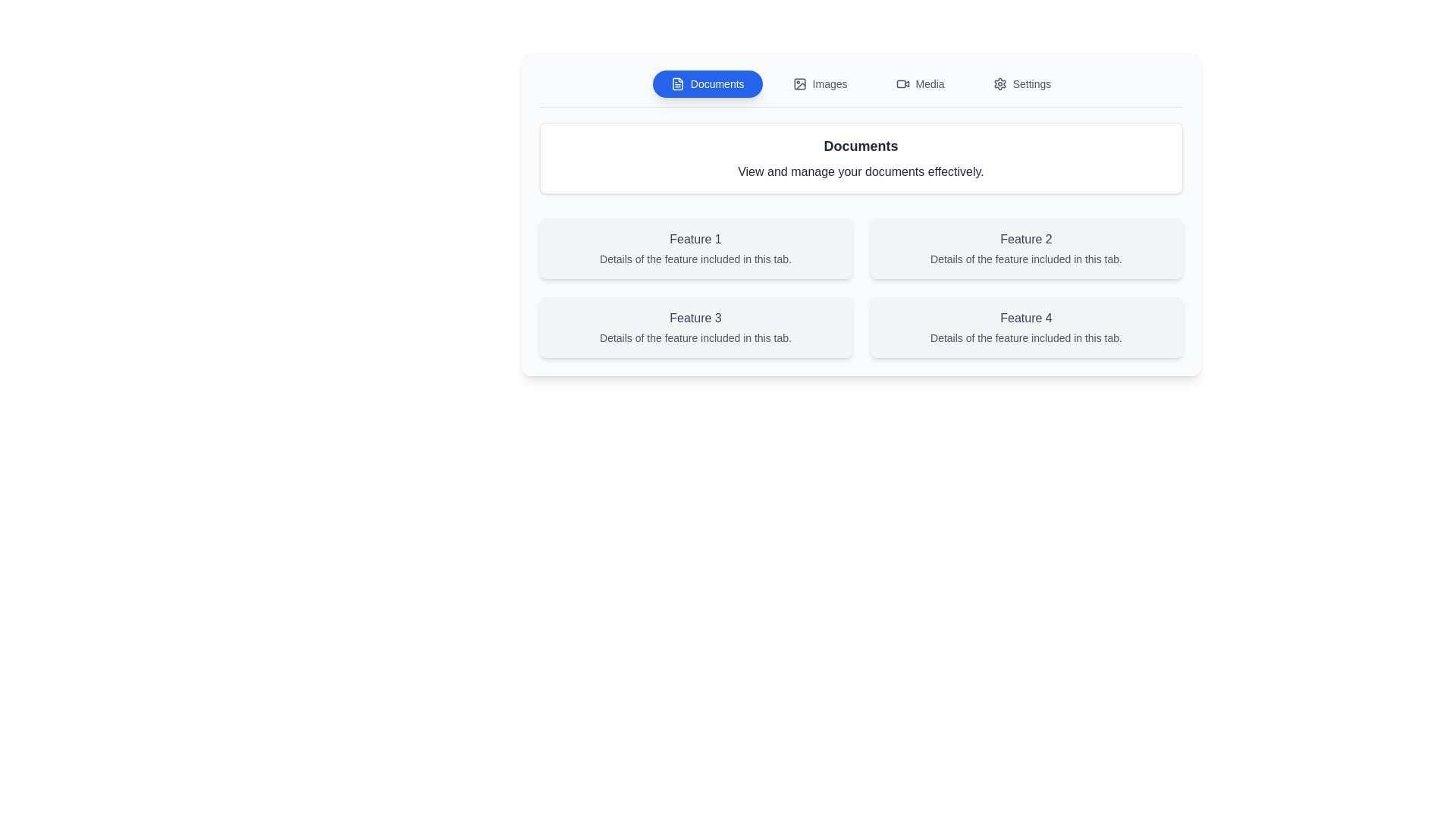 The image size is (1456, 819). What do you see at coordinates (695, 247) in the screenshot?
I see `the Informational card displaying information about 'Feature 1', which is located in the top-left corner of the grid beneath the 'Documents' header` at bounding box center [695, 247].